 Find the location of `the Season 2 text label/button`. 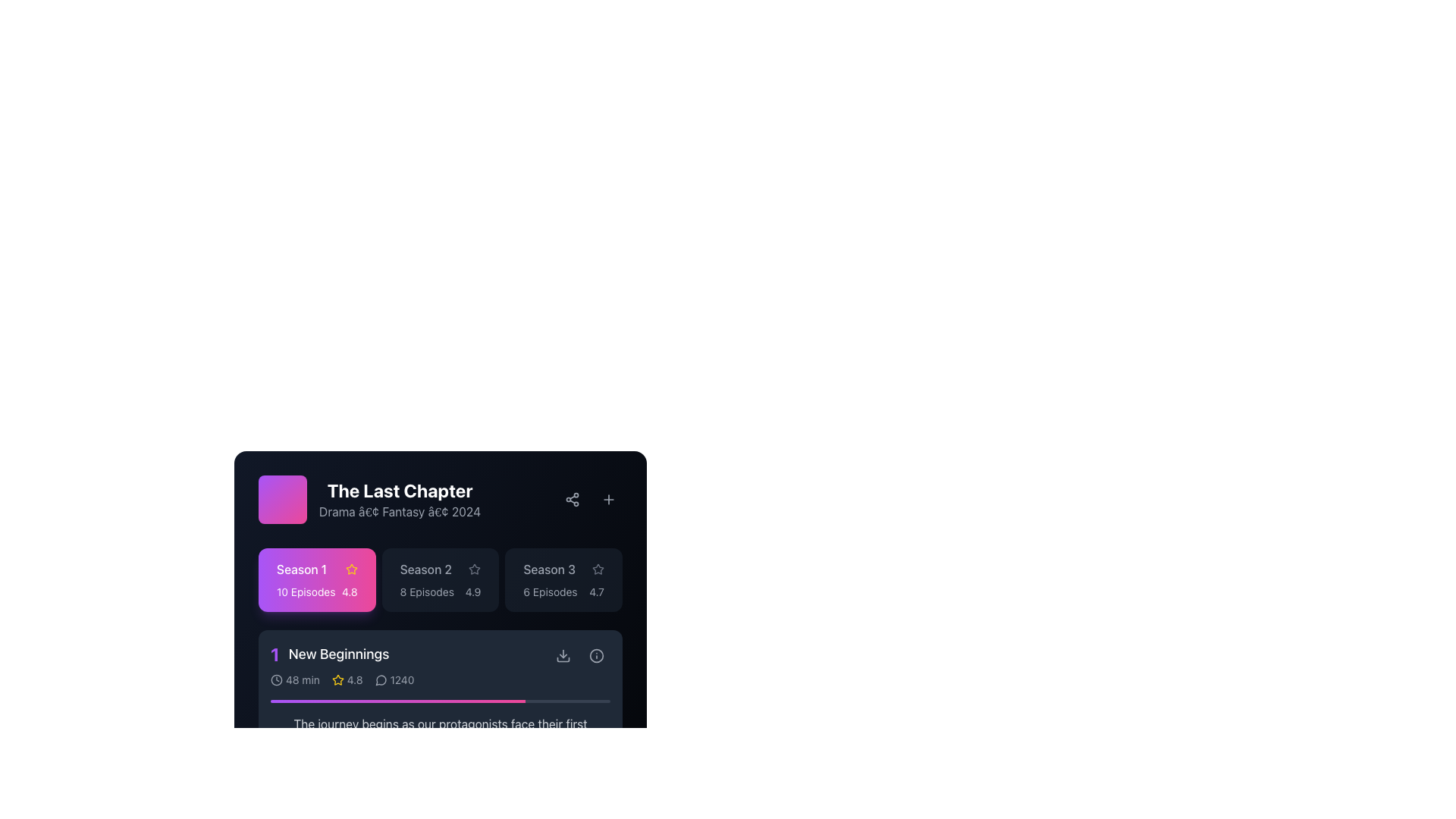

the Season 2 text label/button is located at coordinates (425, 570).